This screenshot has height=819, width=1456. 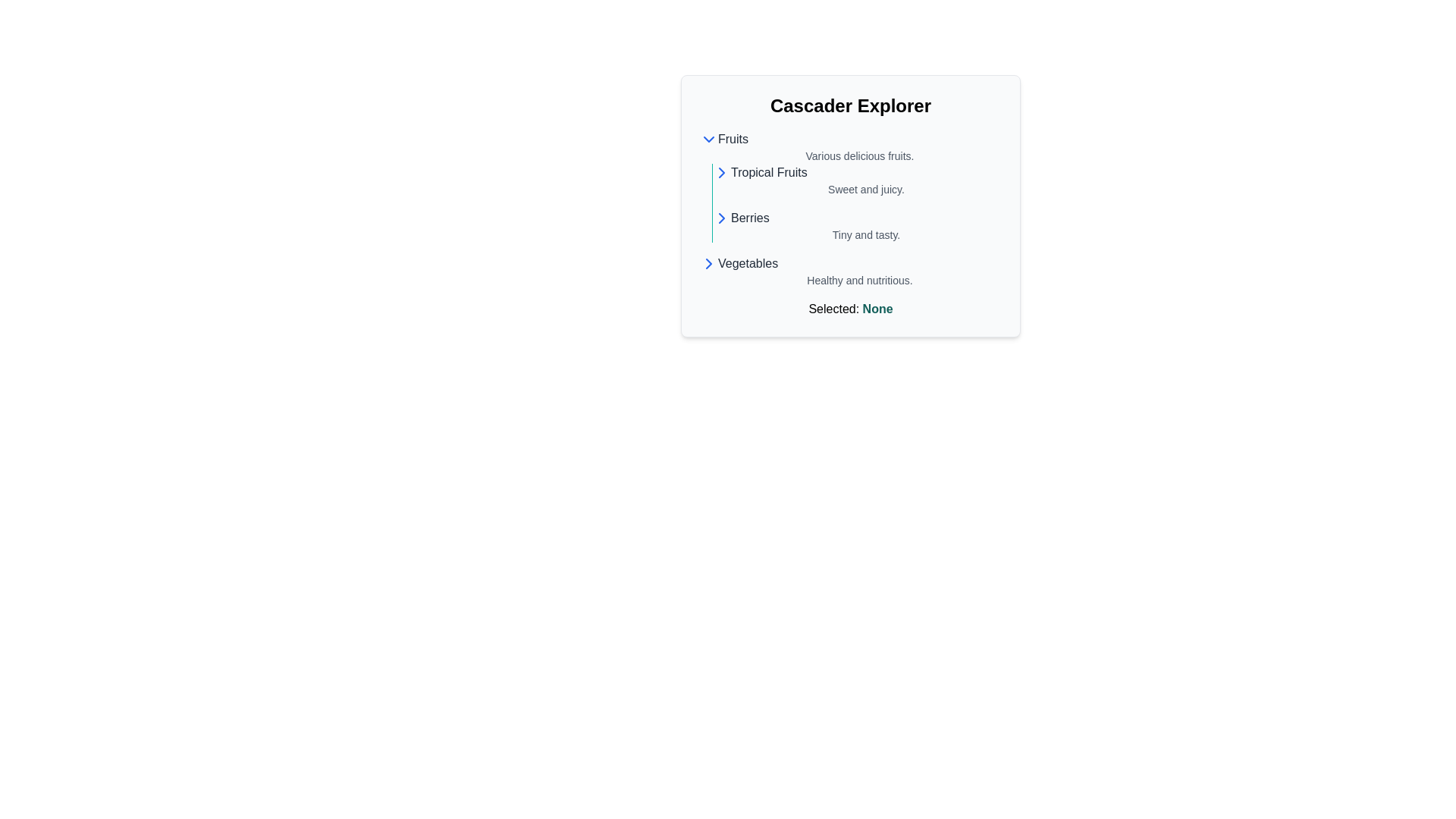 I want to click on the blue rightward chevron icon button located directly to the left of the text 'Berries' within the 'Cascader Explorer' navigation panel, so click(x=720, y=218).